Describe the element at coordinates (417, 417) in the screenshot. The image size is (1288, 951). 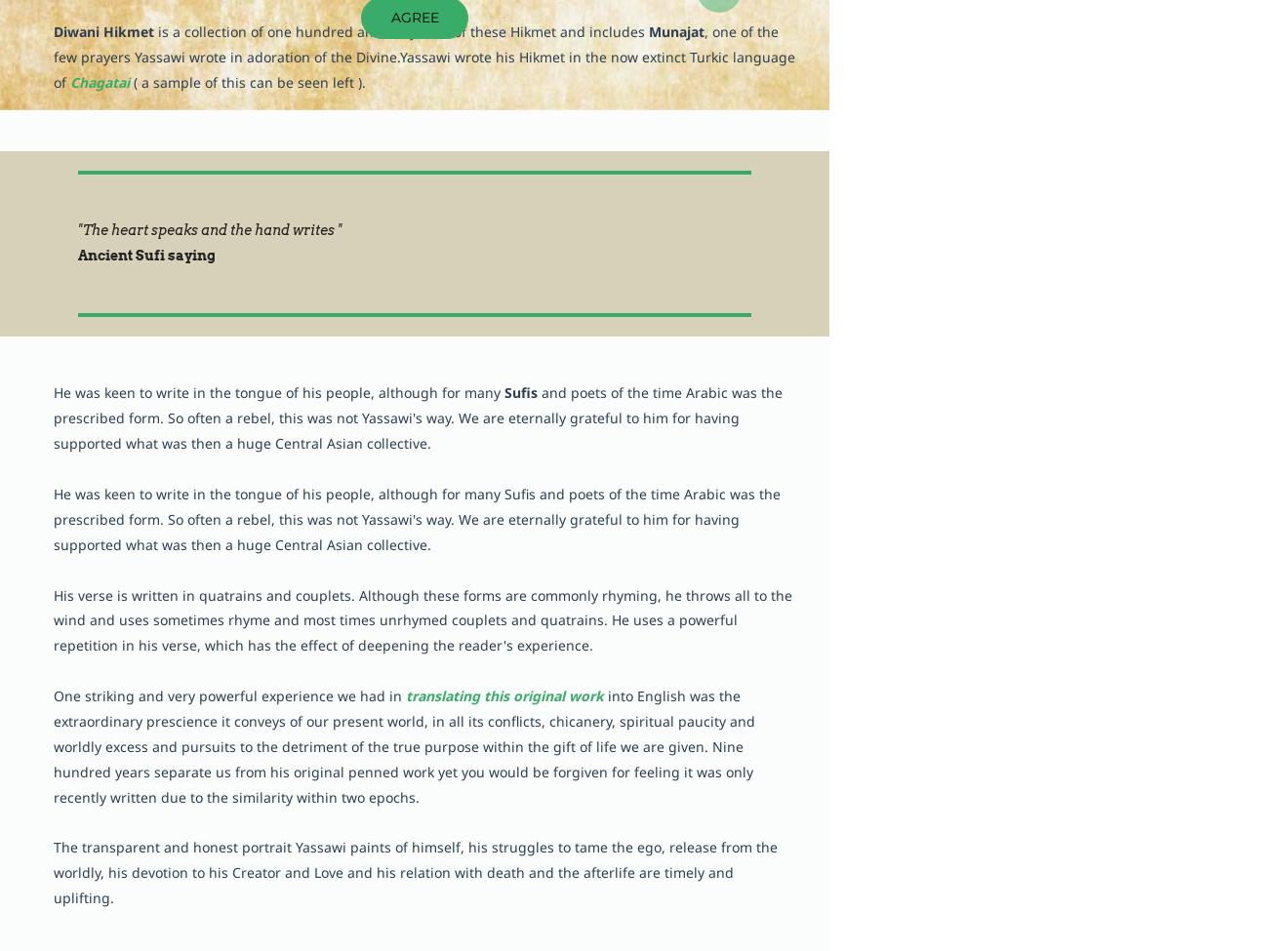
I see `'and poets of the time Arabic was the prescribed form. So often a rebel, this was not Yassawi's way. We are eternally grateful to him for having supported what was then a huge Central Asian collective.'` at that location.